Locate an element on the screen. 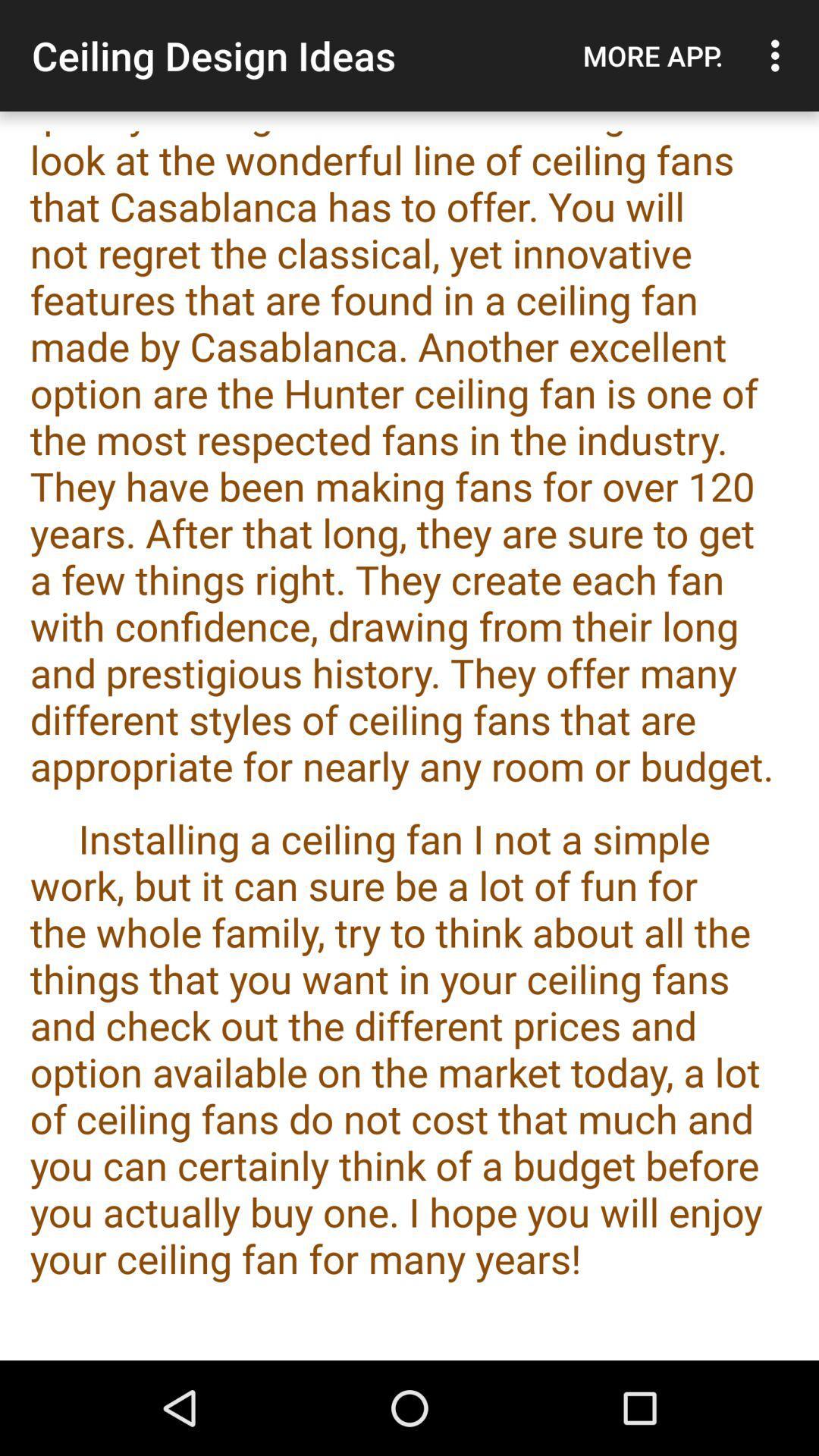 This screenshot has height=1456, width=819. the item to the right of the more app. is located at coordinates (779, 55).